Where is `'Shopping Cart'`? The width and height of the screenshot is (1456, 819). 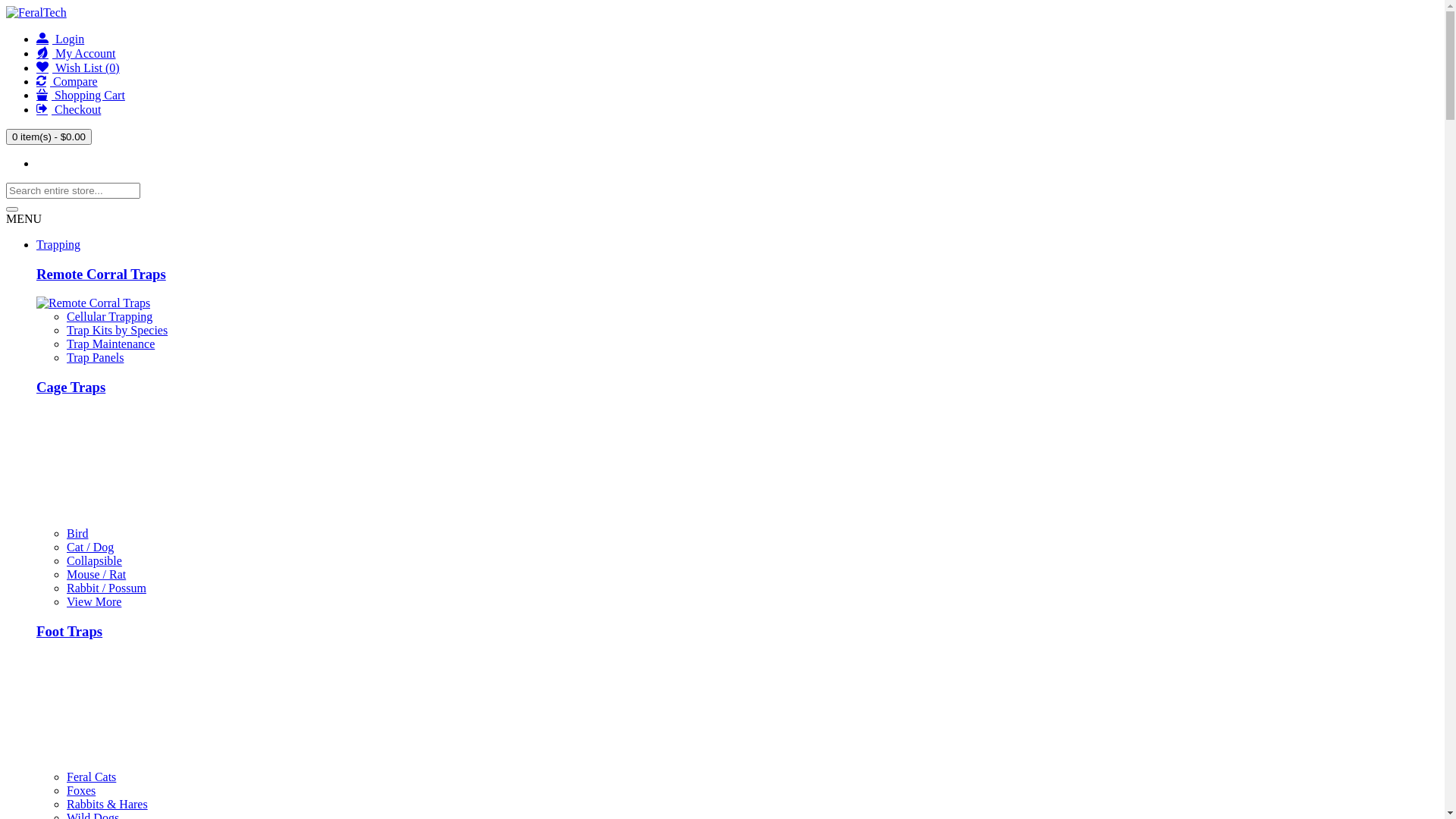 'Shopping Cart' is located at coordinates (80, 95).